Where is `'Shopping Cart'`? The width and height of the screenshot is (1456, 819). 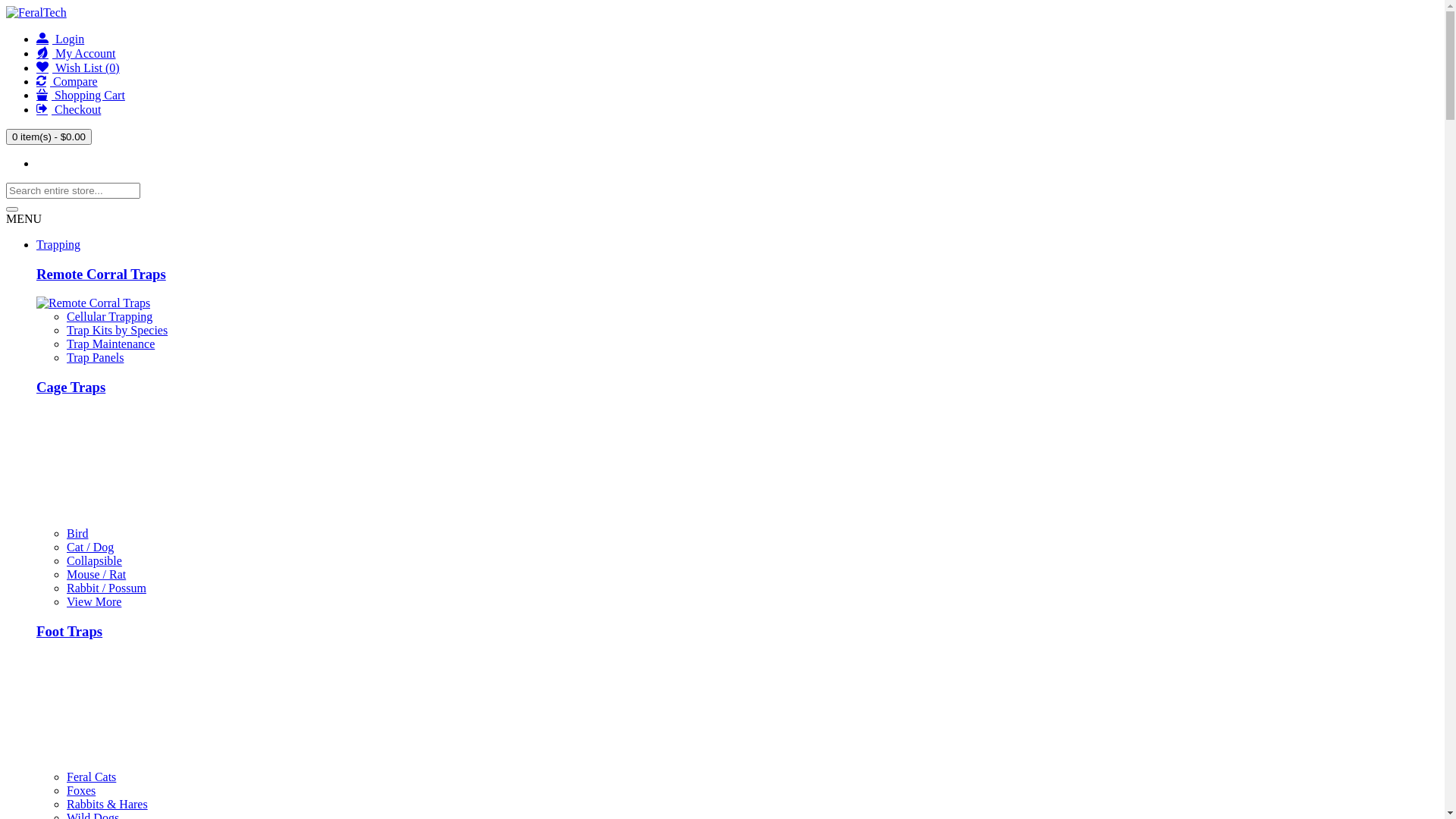 'Shopping Cart' is located at coordinates (80, 95).